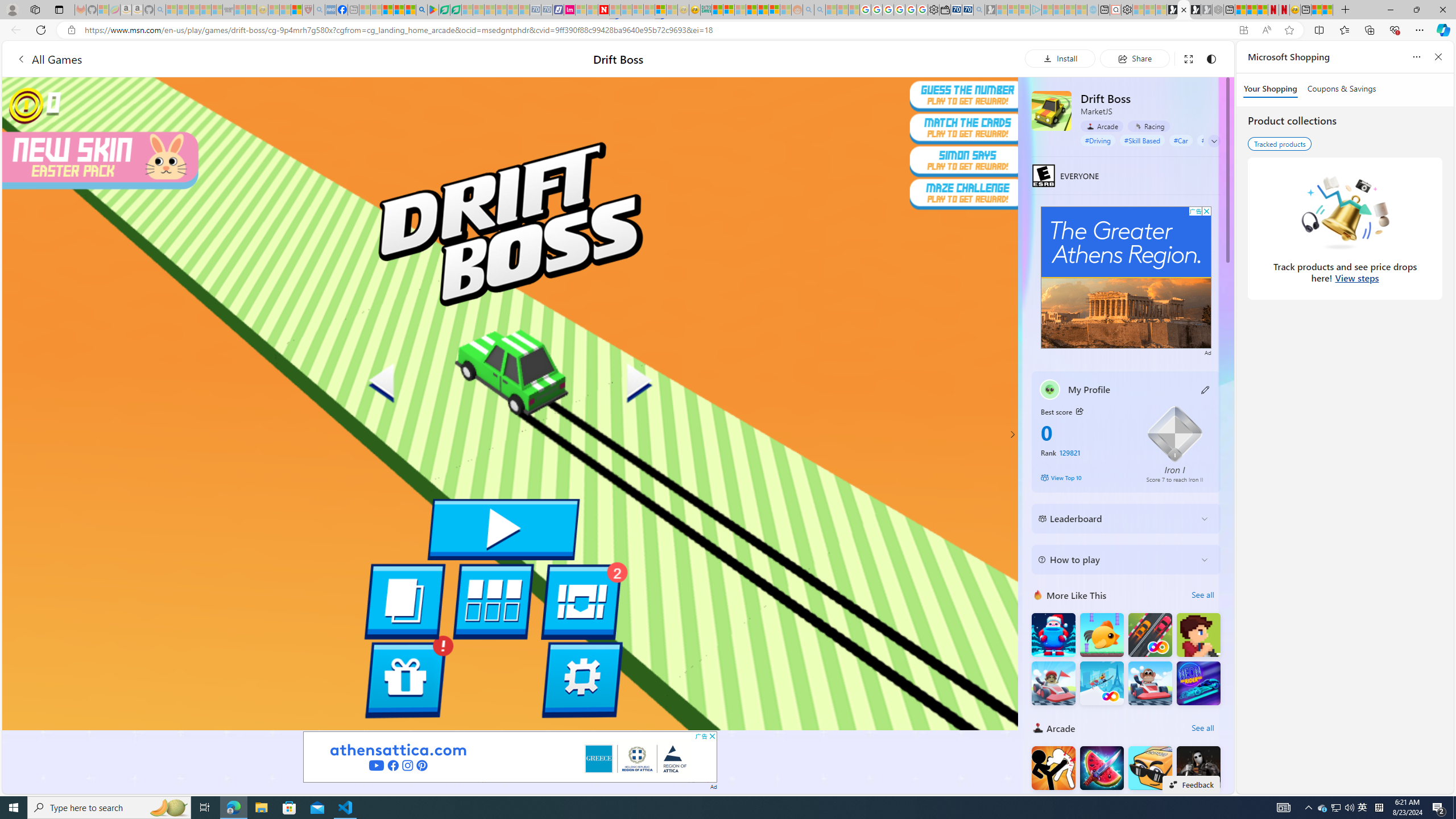  I want to click on 'Share', so click(1134, 58).